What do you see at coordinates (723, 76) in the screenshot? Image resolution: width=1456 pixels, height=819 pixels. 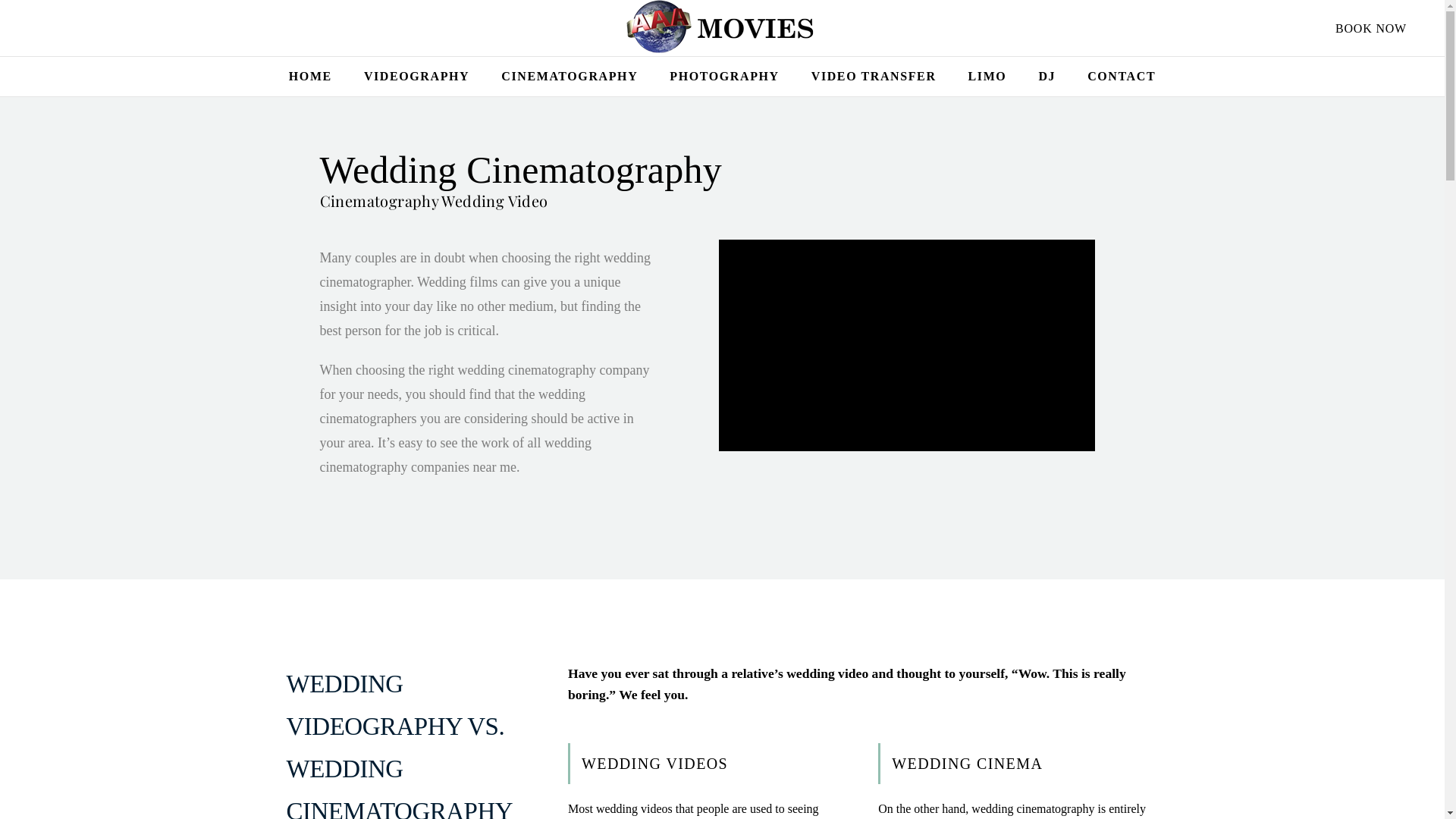 I see `'PHOTOGRAPHY'` at bounding box center [723, 76].